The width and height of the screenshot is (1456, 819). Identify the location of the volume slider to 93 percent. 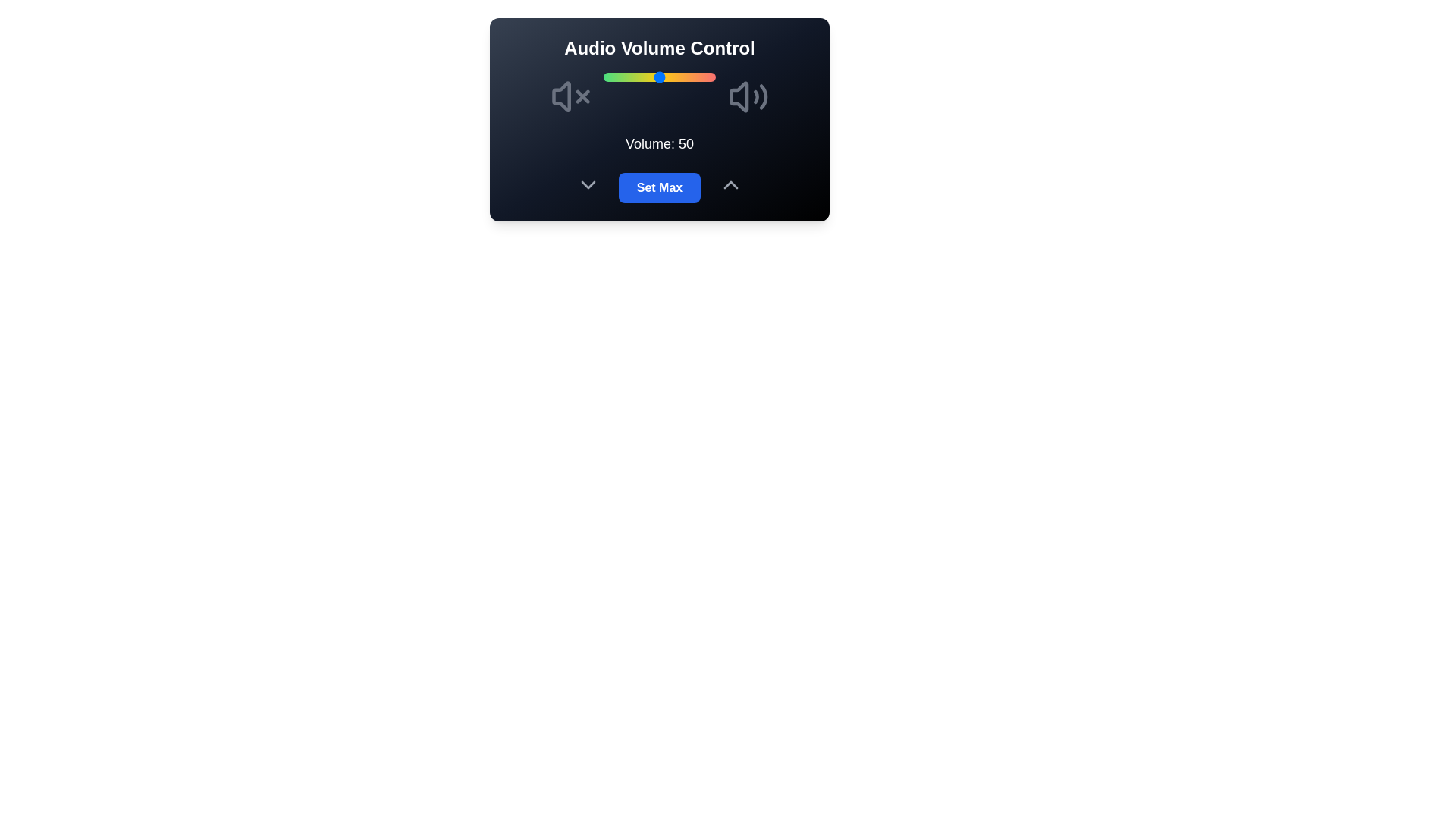
(707, 77).